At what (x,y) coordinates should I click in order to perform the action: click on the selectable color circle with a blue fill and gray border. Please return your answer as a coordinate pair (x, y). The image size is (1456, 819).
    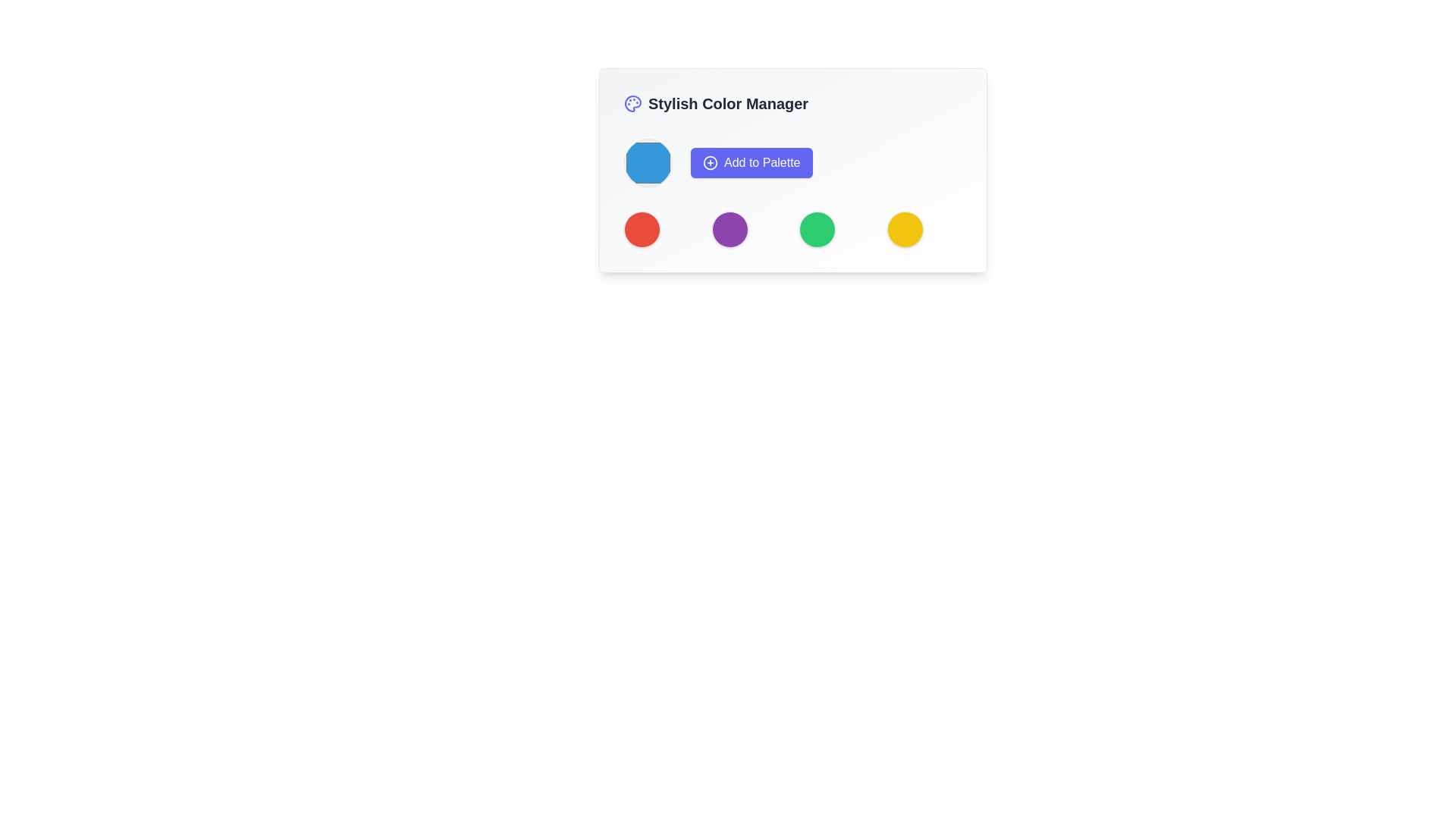
    Looking at the image, I should click on (648, 163).